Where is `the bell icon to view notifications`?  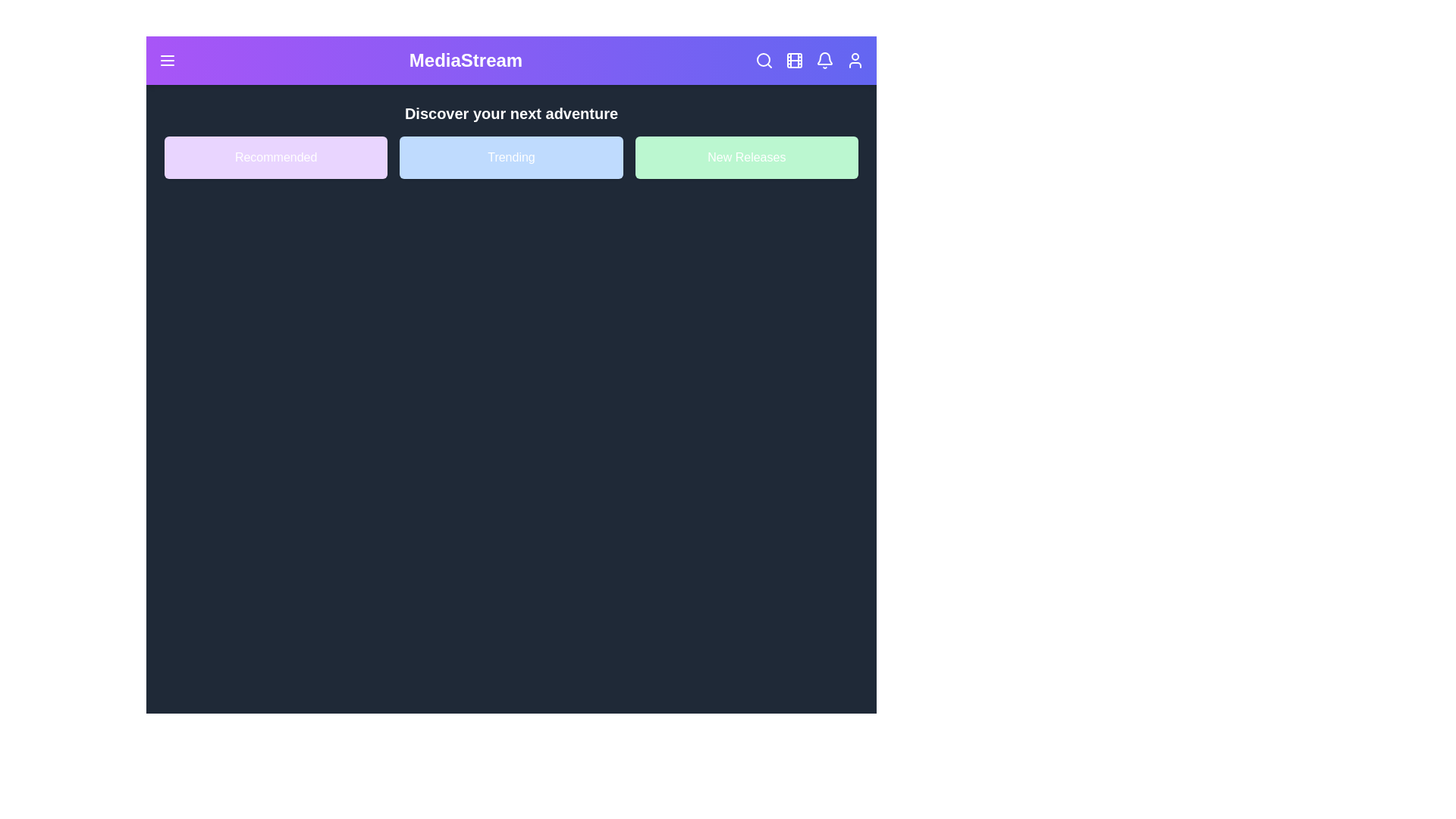 the bell icon to view notifications is located at coordinates (824, 60).